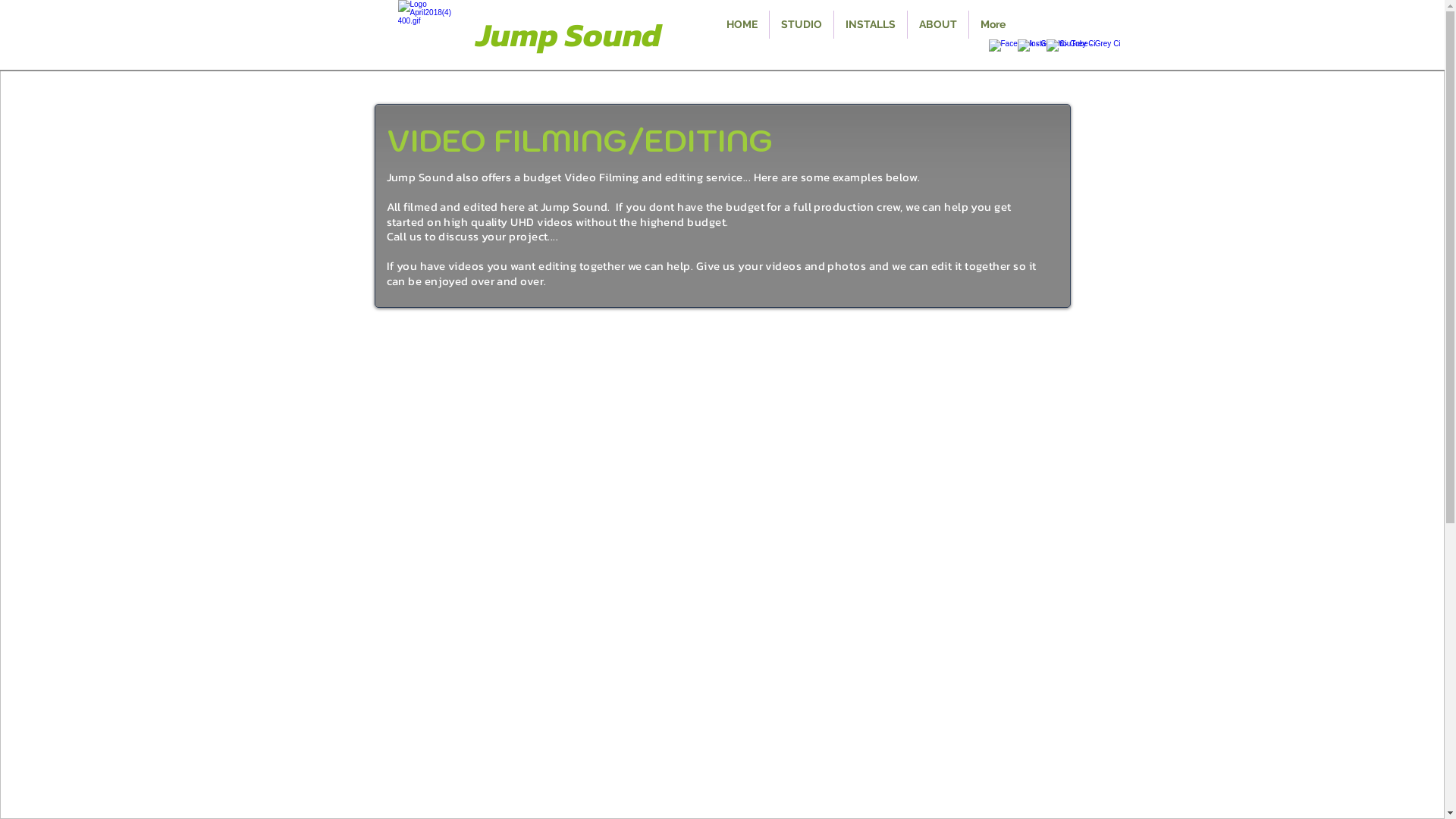 This screenshot has width=1456, height=819. What do you see at coordinates (870, 24) in the screenshot?
I see `'INSTALLS'` at bounding box center [870, 24].